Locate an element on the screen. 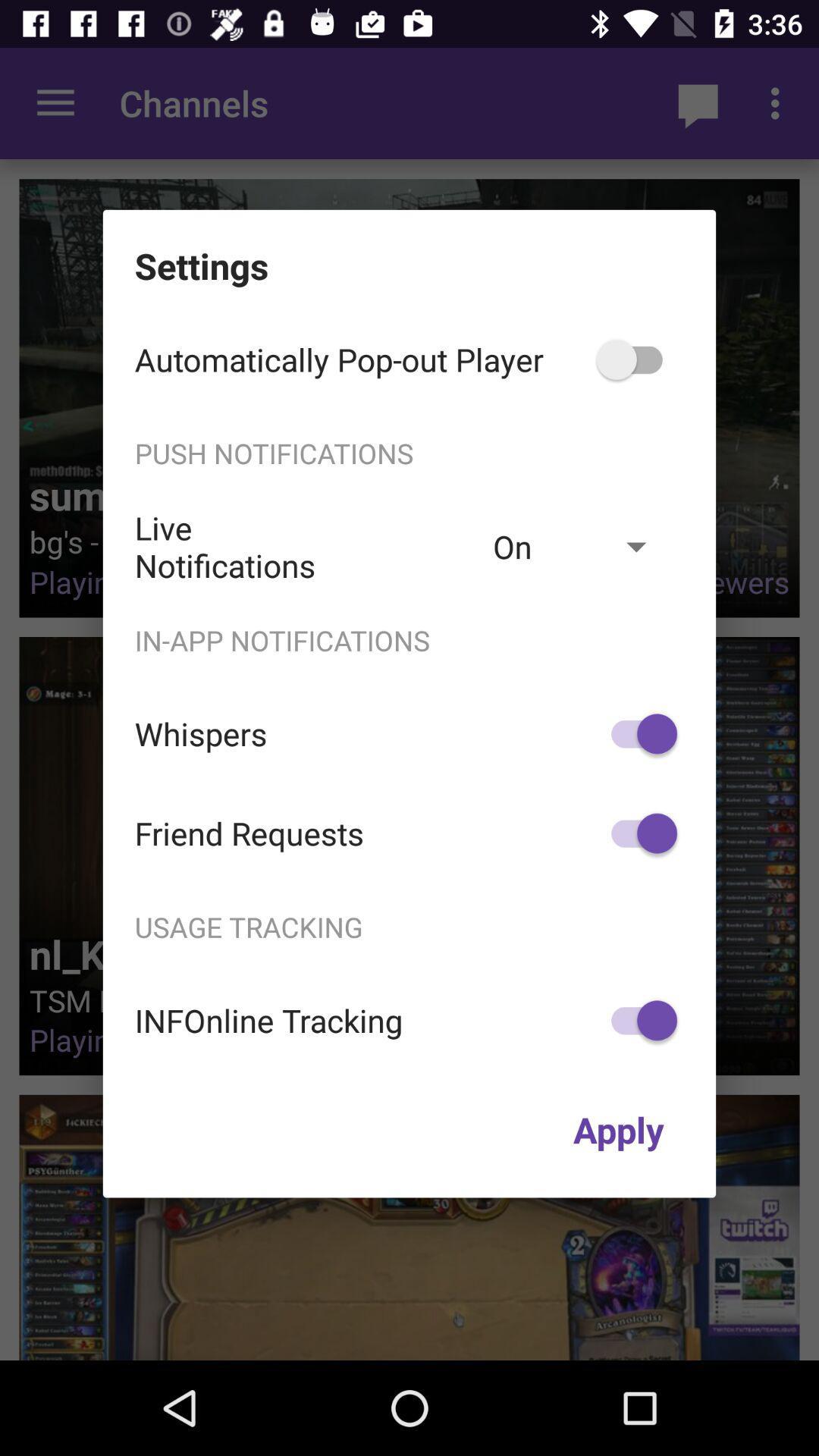 The image size is (819, 1456). icon at the top right corner is located at coordinates (637, 359).